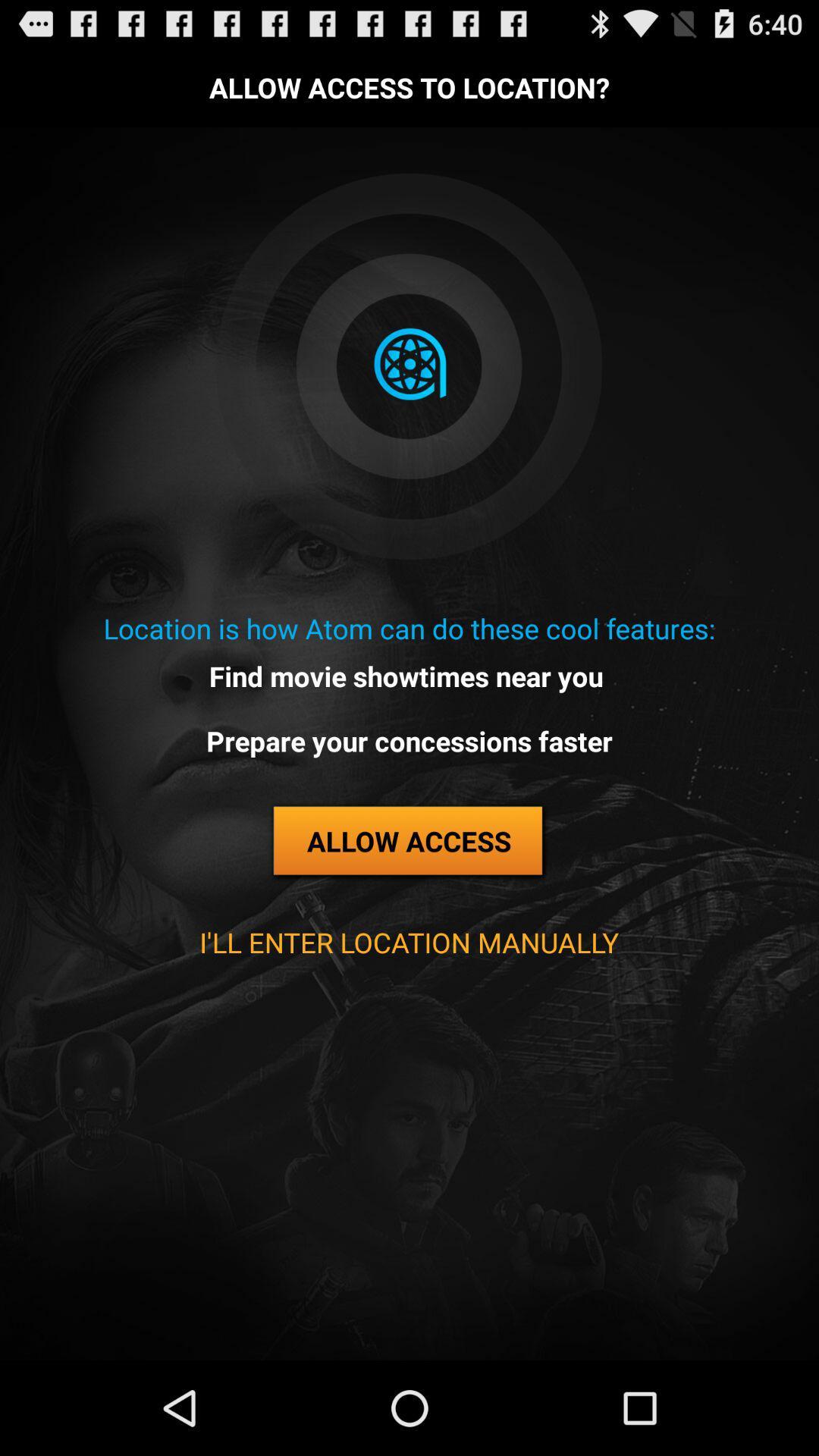 The width and height of the screenshot is (819, 1456). Describe the element at coordinates (408, 941) in the screenshot. I see `button below the allow access` at that location.